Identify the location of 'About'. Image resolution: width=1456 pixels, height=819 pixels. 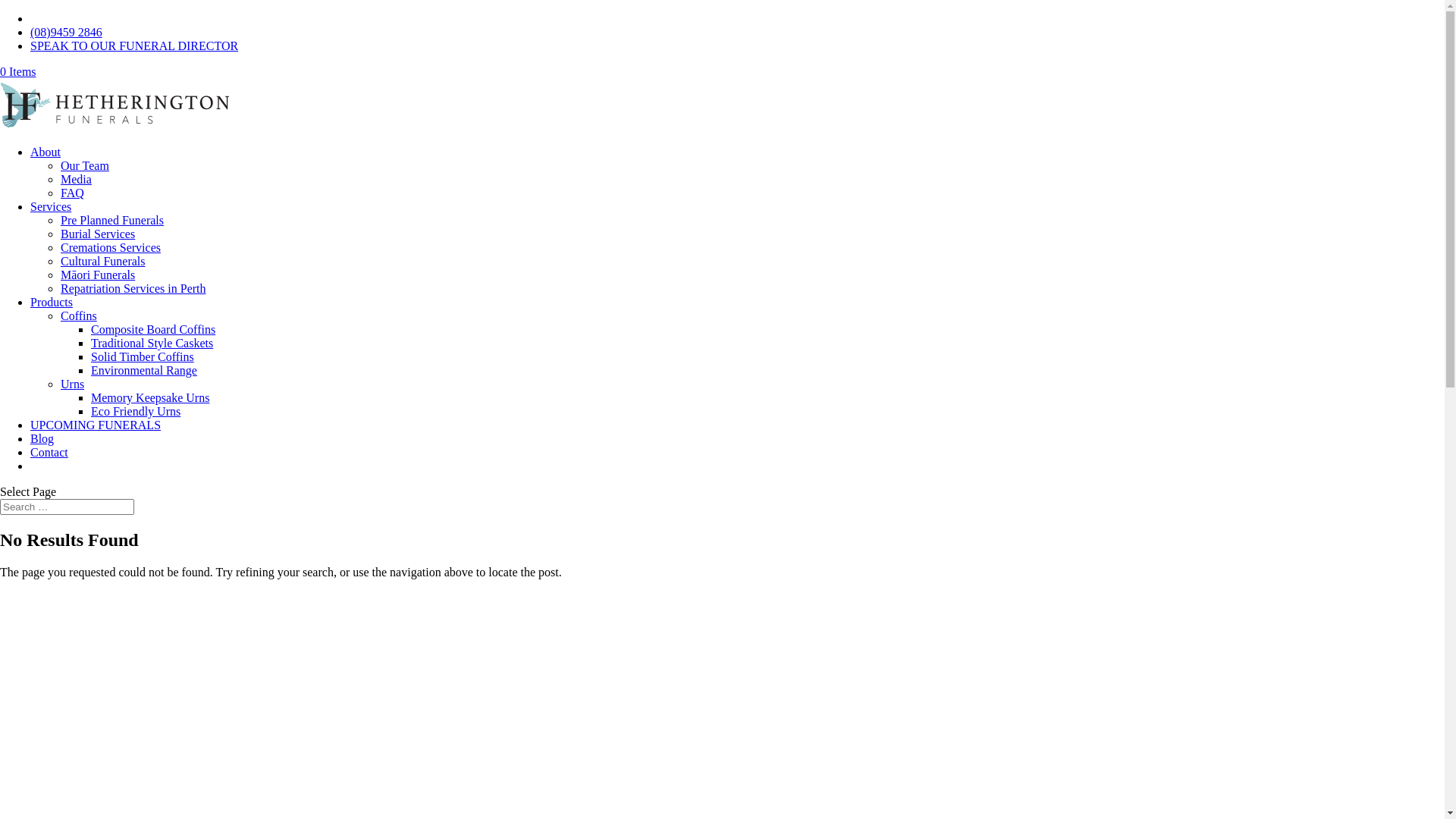
(45, 152).